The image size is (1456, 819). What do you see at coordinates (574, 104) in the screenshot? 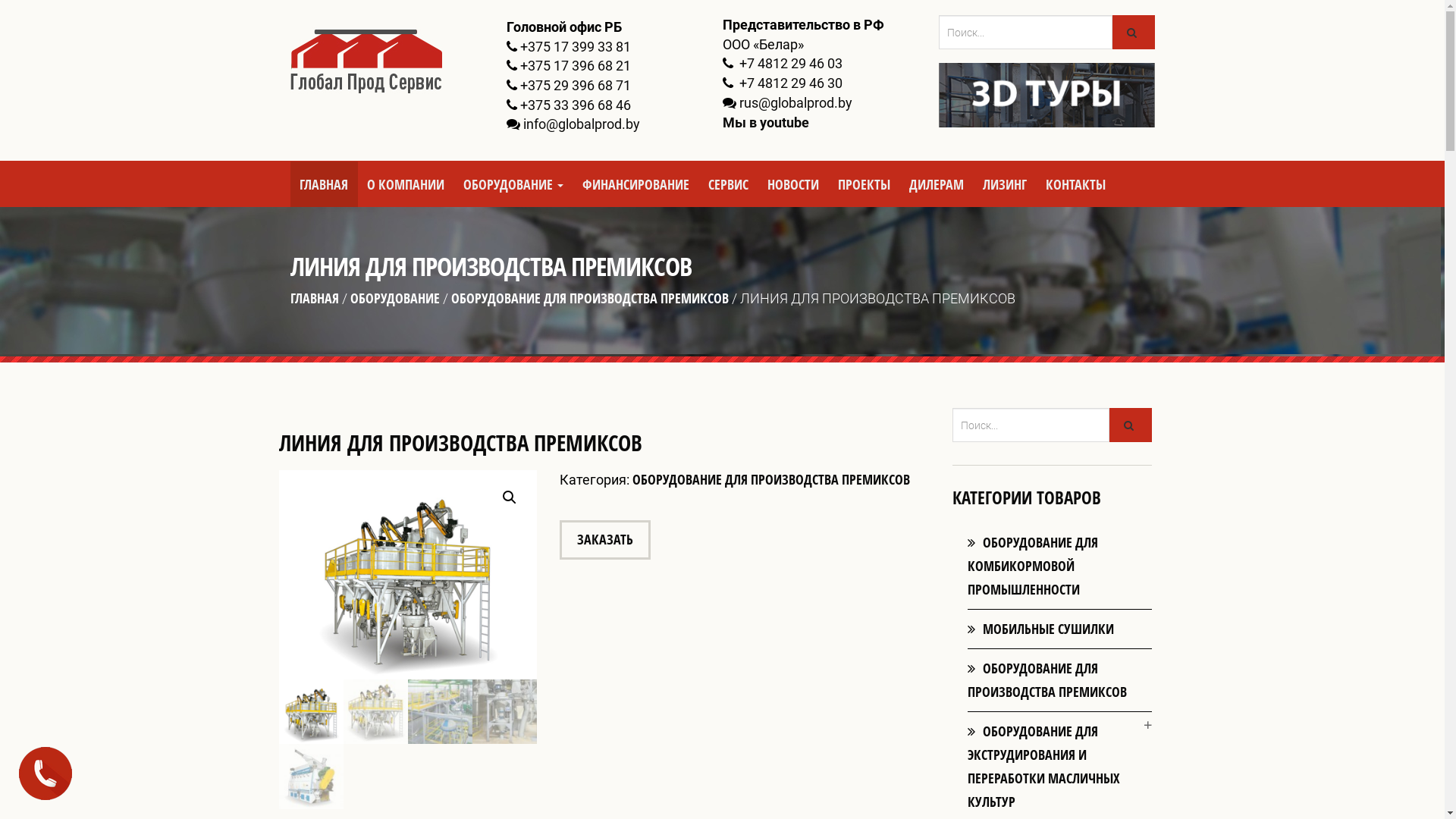
I see `'+375 33 396 68 46'` at bounding box center [574, 104].